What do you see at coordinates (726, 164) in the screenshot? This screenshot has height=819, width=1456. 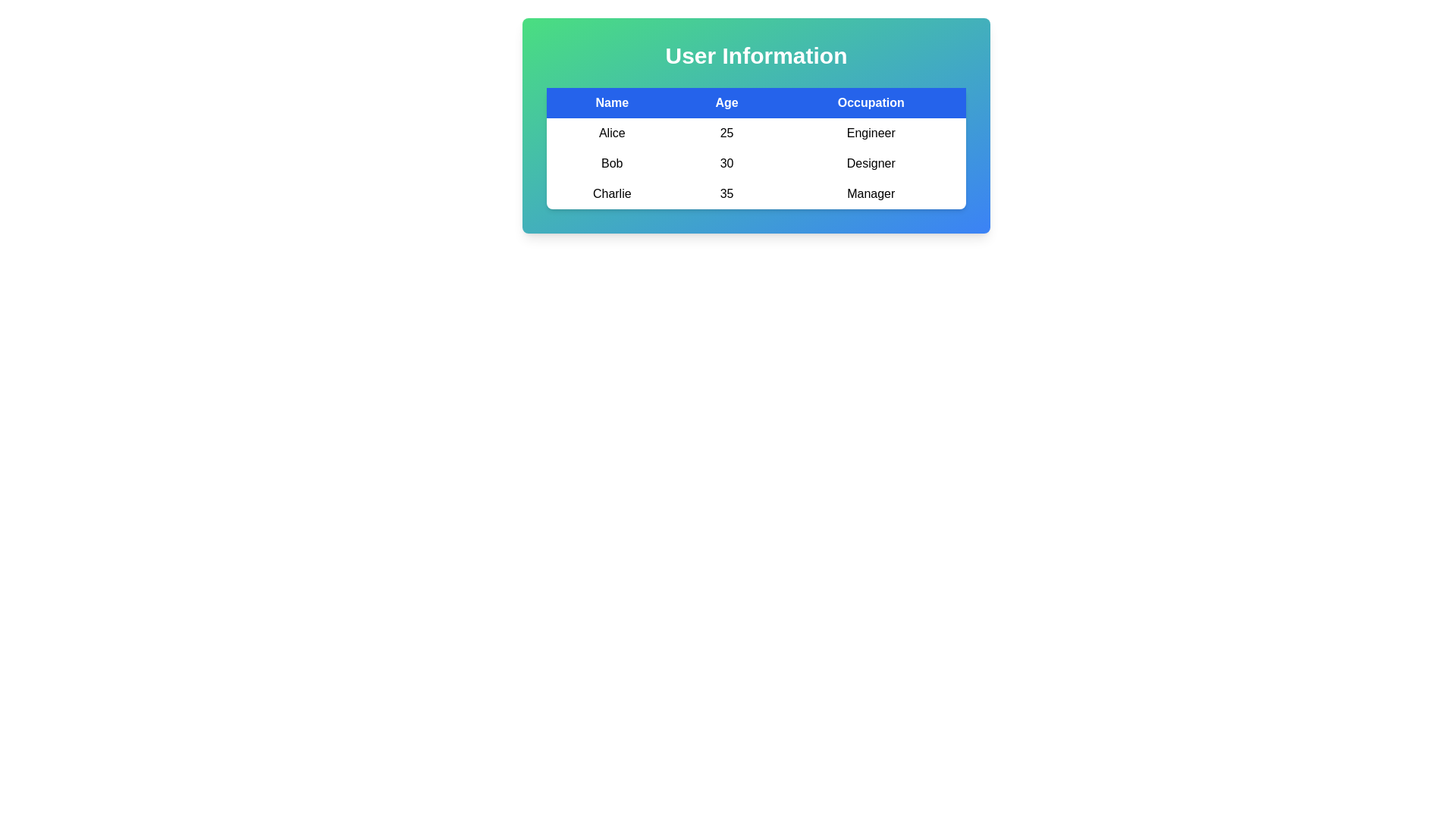 I see `the static text element displaying the number '30', which is located in the middle column of the row corresponding to user 'Bob' in the table` at bounding box center [726, 164].